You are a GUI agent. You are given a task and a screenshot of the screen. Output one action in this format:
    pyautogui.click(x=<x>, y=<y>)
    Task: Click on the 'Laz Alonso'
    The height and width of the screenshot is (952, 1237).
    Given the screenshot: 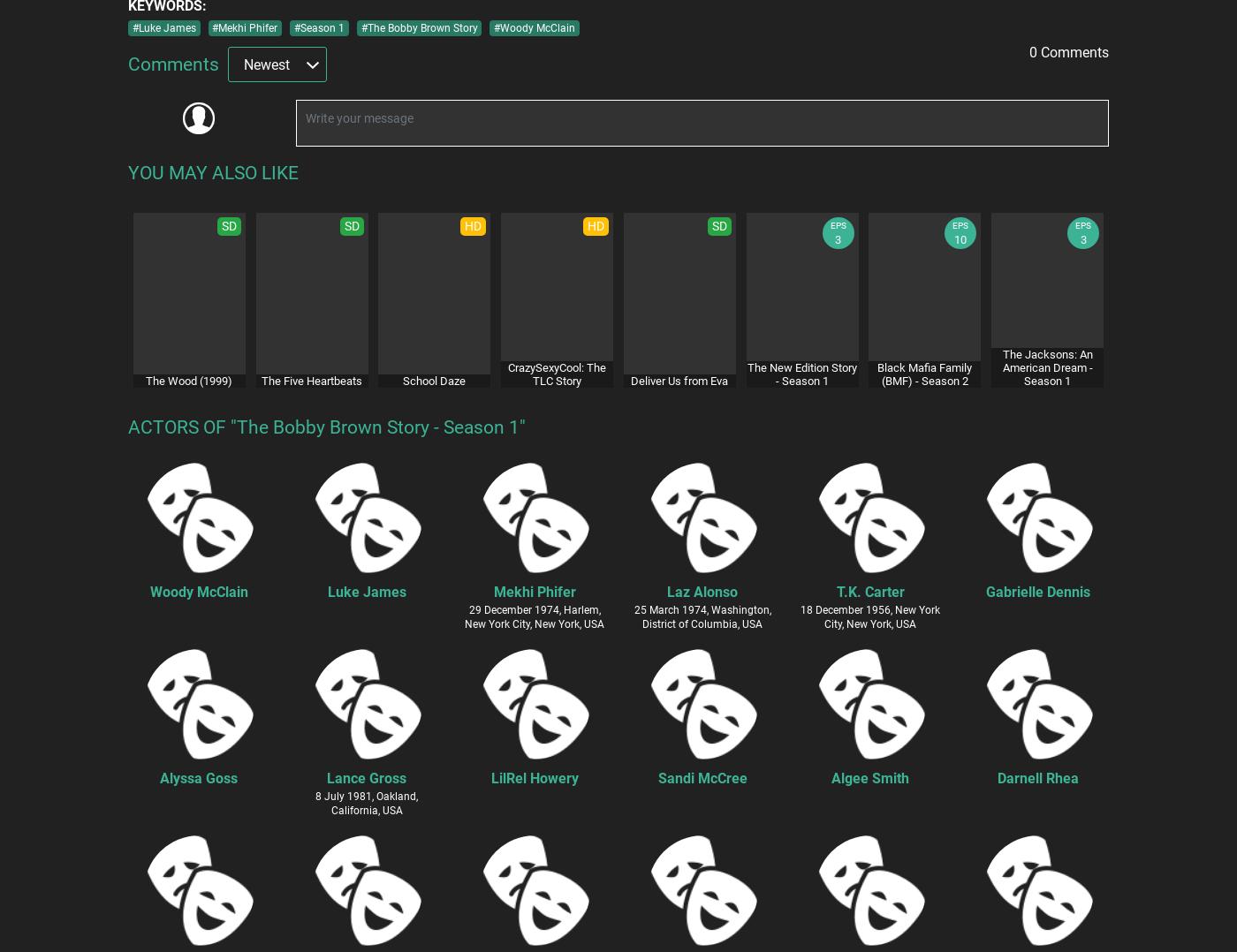 What is the action you would take?
    pyautogui.click(x=702, y=591)
    